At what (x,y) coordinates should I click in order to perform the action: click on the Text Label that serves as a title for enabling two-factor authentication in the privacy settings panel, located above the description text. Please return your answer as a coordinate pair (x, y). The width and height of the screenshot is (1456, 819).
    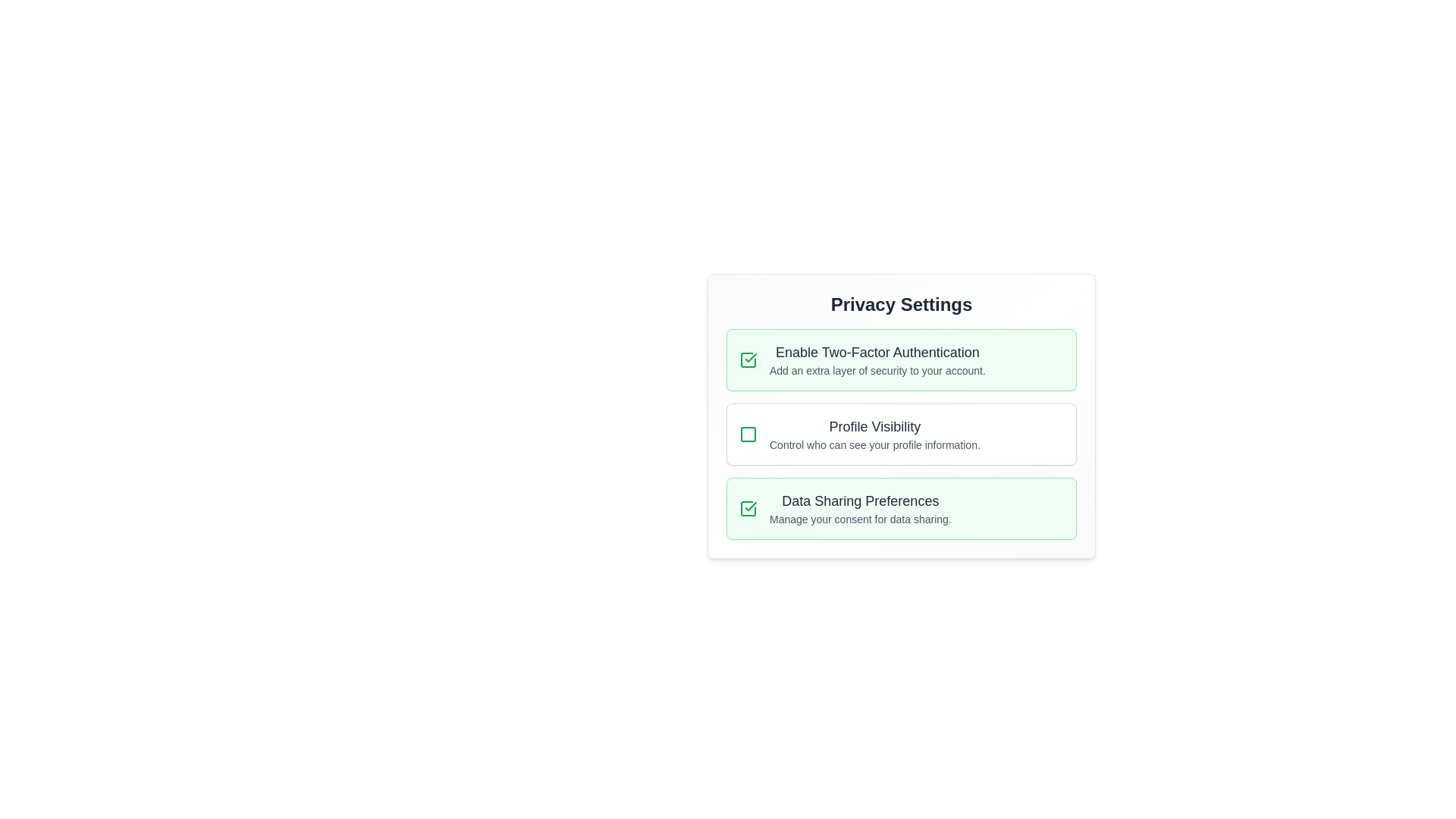
    Looking at the image, I should click on (877, 353).